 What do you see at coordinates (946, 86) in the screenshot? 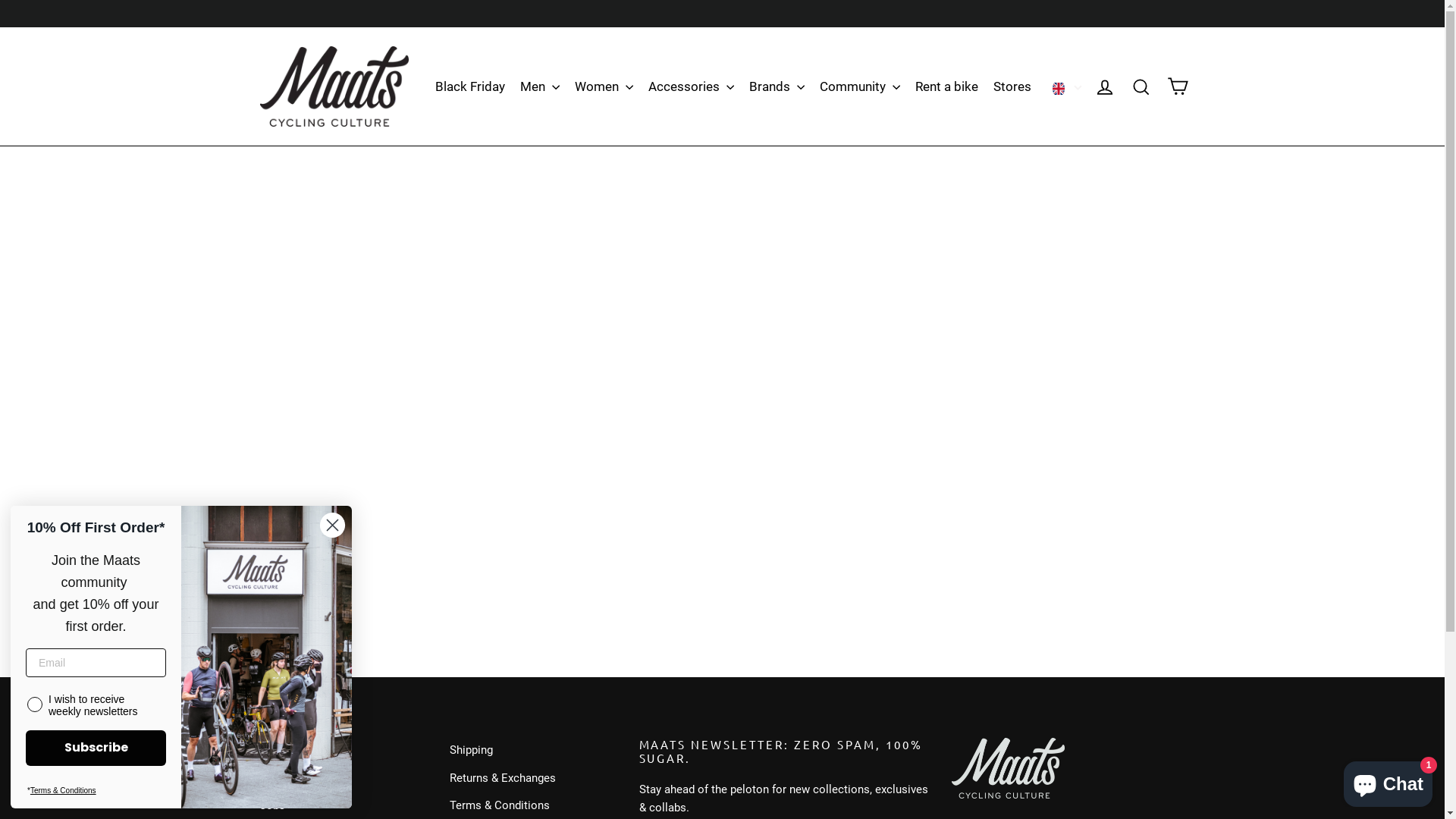
I see `'Rent a bike'` at bounding box center [946, 86].